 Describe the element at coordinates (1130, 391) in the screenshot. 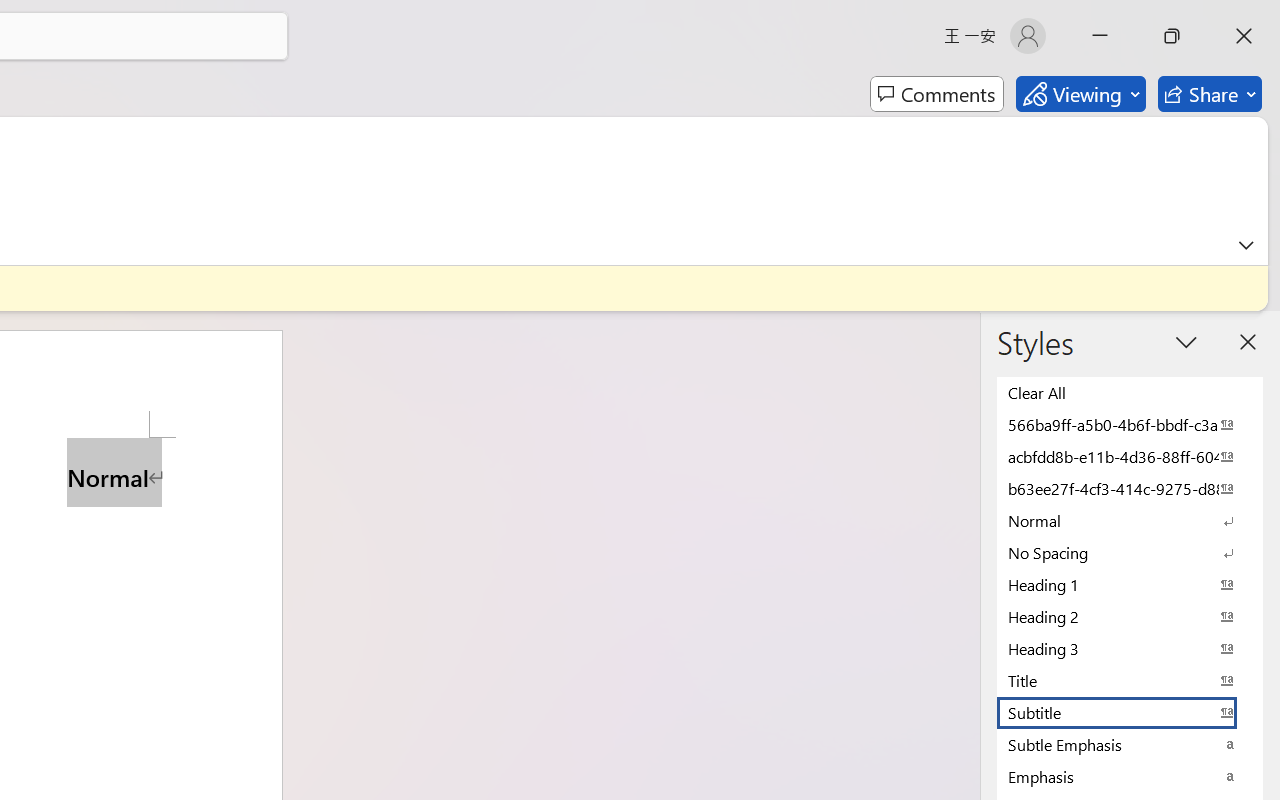

I see `'Clear All'` at that location.